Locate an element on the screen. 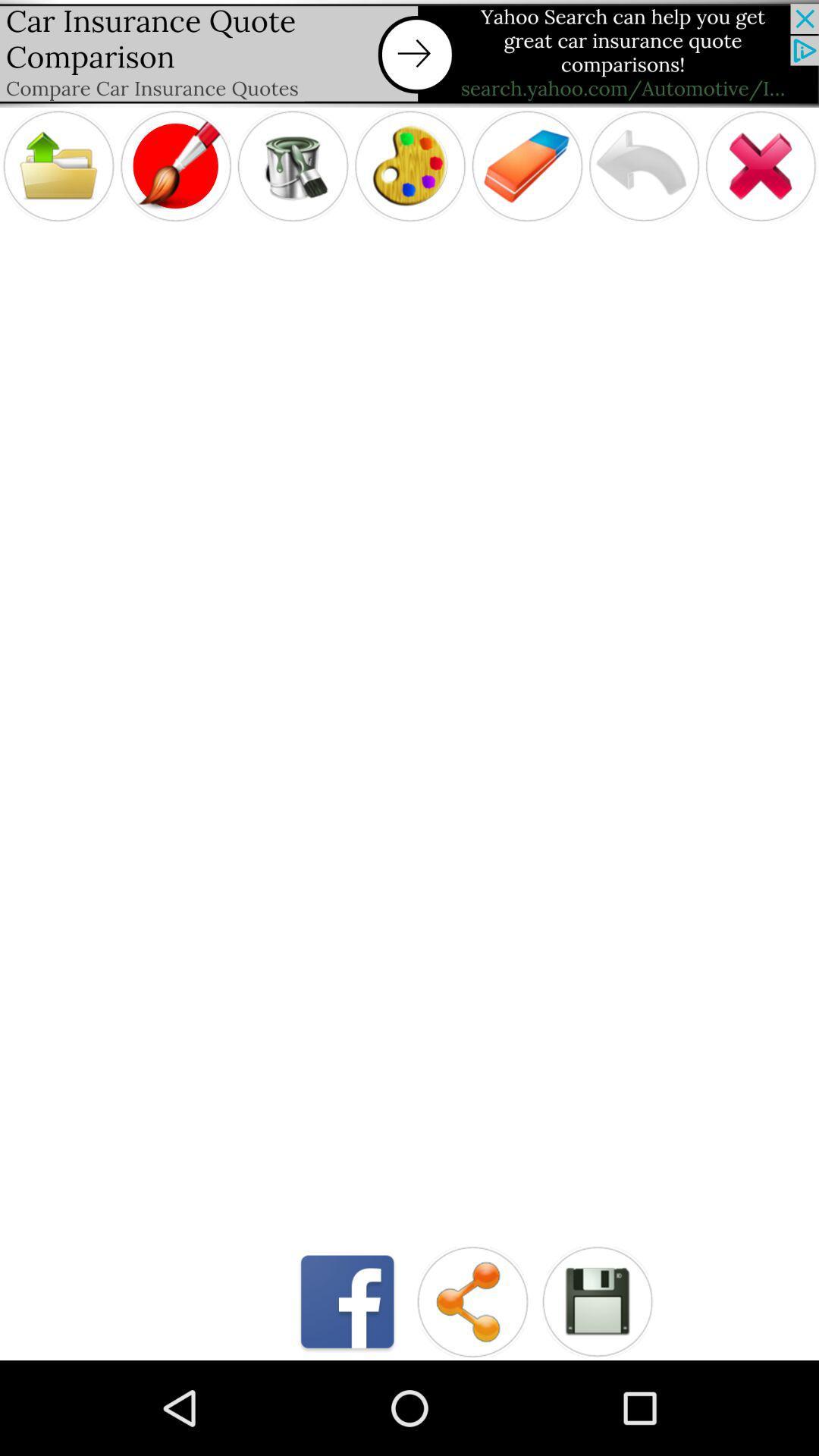 The height and width of the screenshot is (1456, 819). the share icon is located at coordinates (472, 1393).